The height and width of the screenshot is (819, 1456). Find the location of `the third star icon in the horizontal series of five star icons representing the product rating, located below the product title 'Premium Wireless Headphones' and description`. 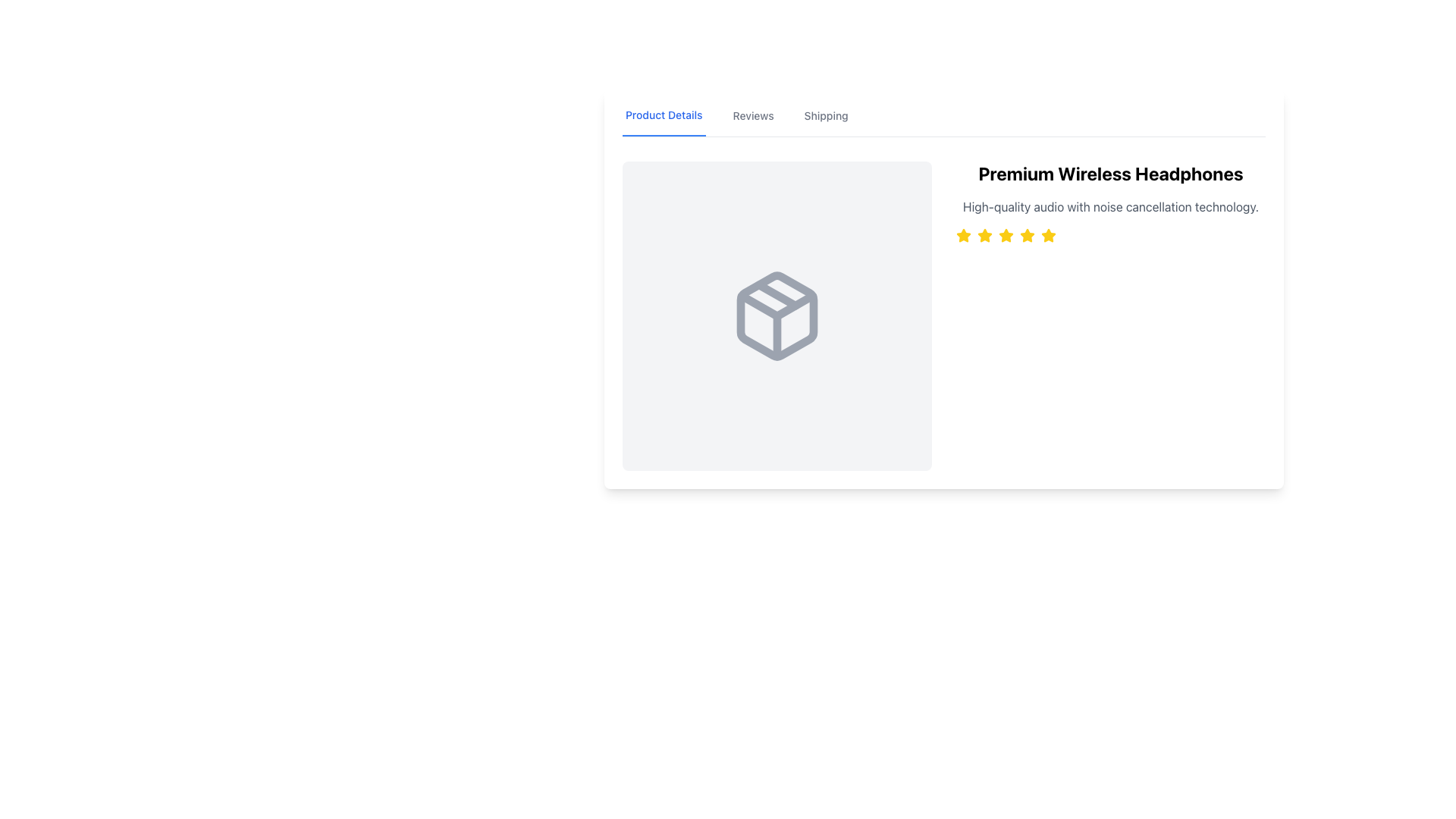

the third star icon in the horizontal series of five star icons representing the product rating, located below the product title 'Premium Wireless Headphones' and description is located at coordinates (985, 236).